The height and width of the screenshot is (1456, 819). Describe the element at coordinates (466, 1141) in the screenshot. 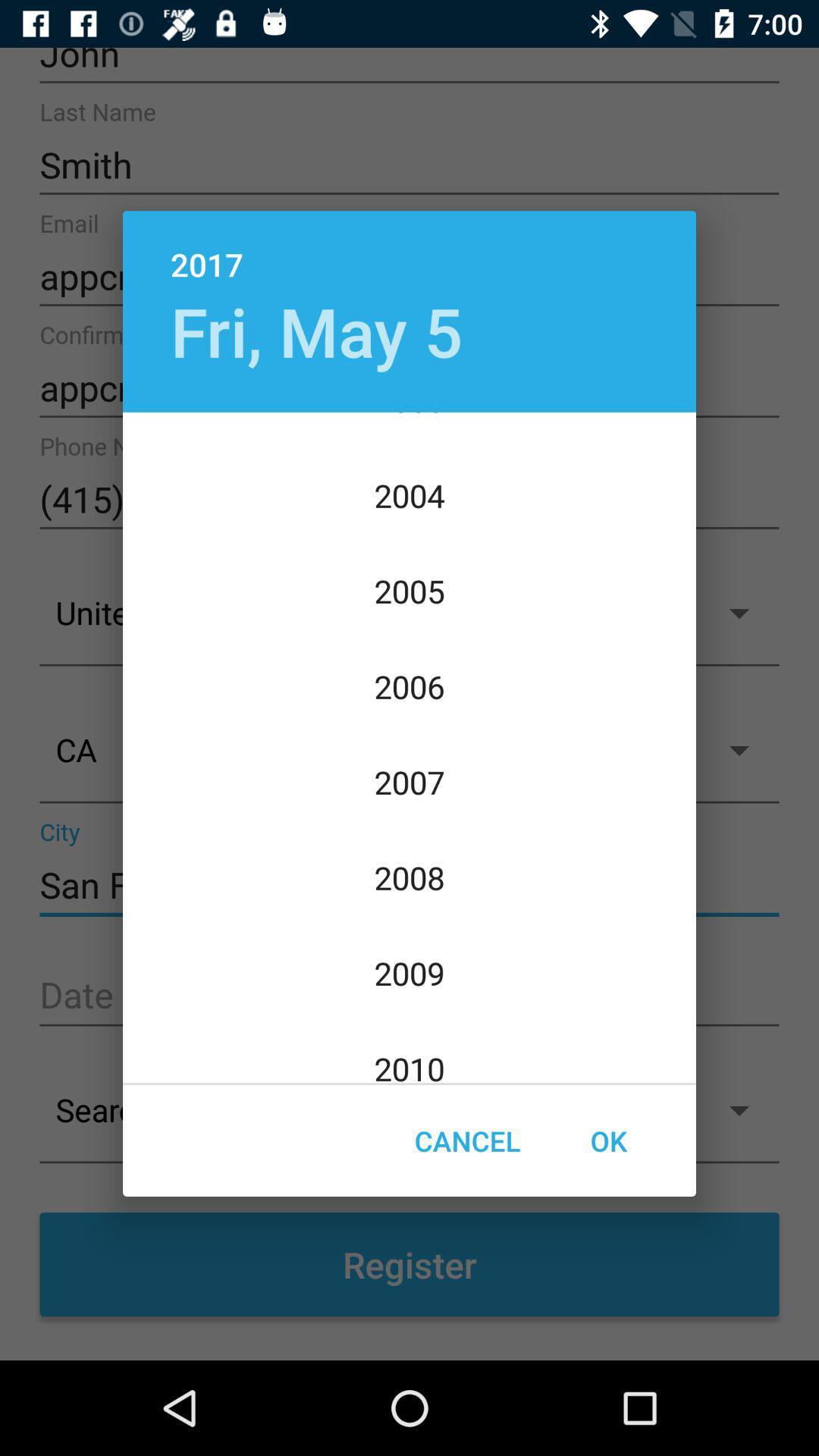

I see `icon below 2010` at that location.